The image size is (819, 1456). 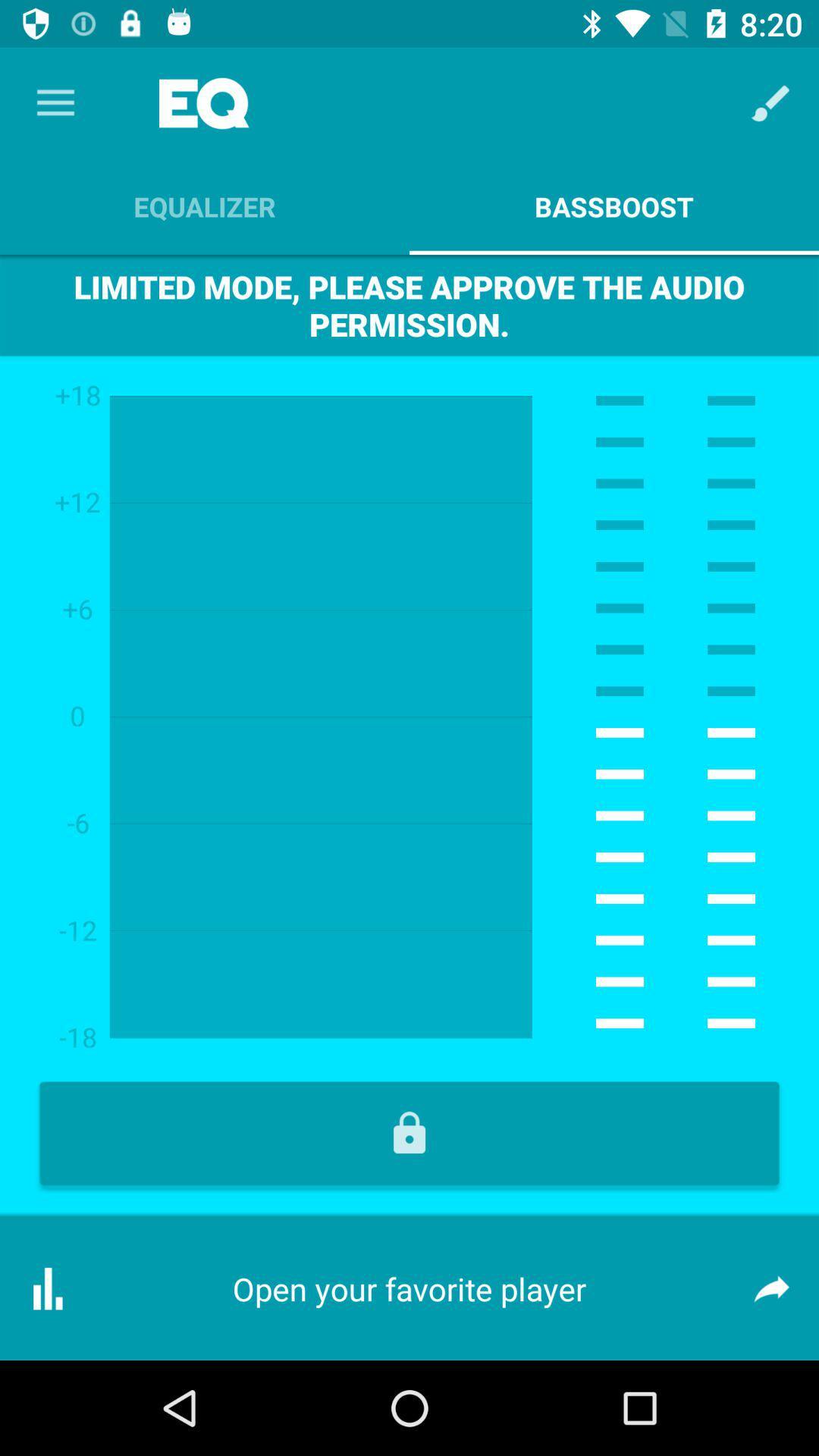 What do you see at coordinates (771, 102) in the screenshot?
I see `app to the right of the equalizer app` at bounding box center [771, 102].